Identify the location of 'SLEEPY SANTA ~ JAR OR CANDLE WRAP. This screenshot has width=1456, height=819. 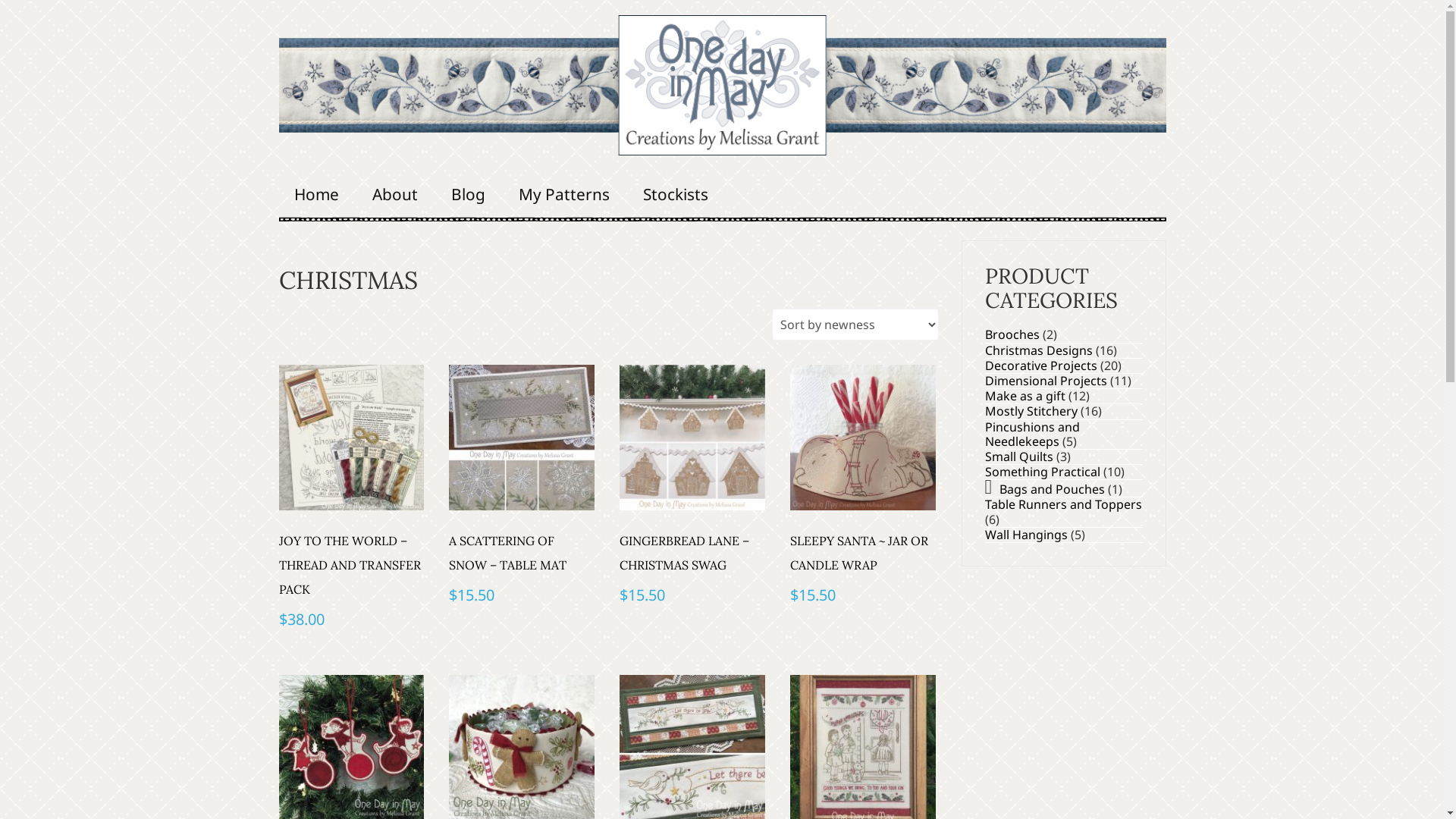
(789, 486).